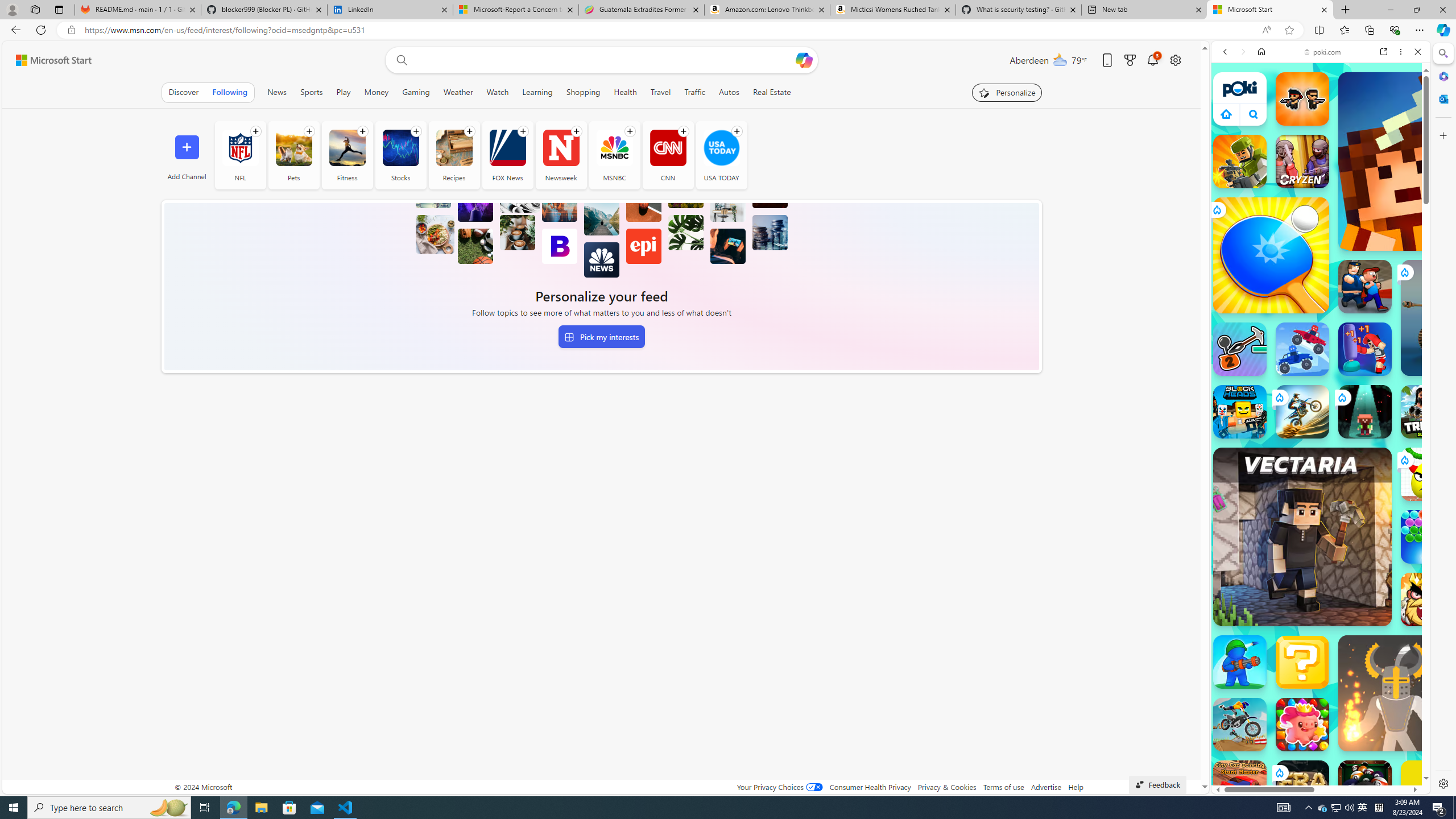  I want to click on 'Ping Pong Go! Ping Pong Go!', so click(1270, 255).